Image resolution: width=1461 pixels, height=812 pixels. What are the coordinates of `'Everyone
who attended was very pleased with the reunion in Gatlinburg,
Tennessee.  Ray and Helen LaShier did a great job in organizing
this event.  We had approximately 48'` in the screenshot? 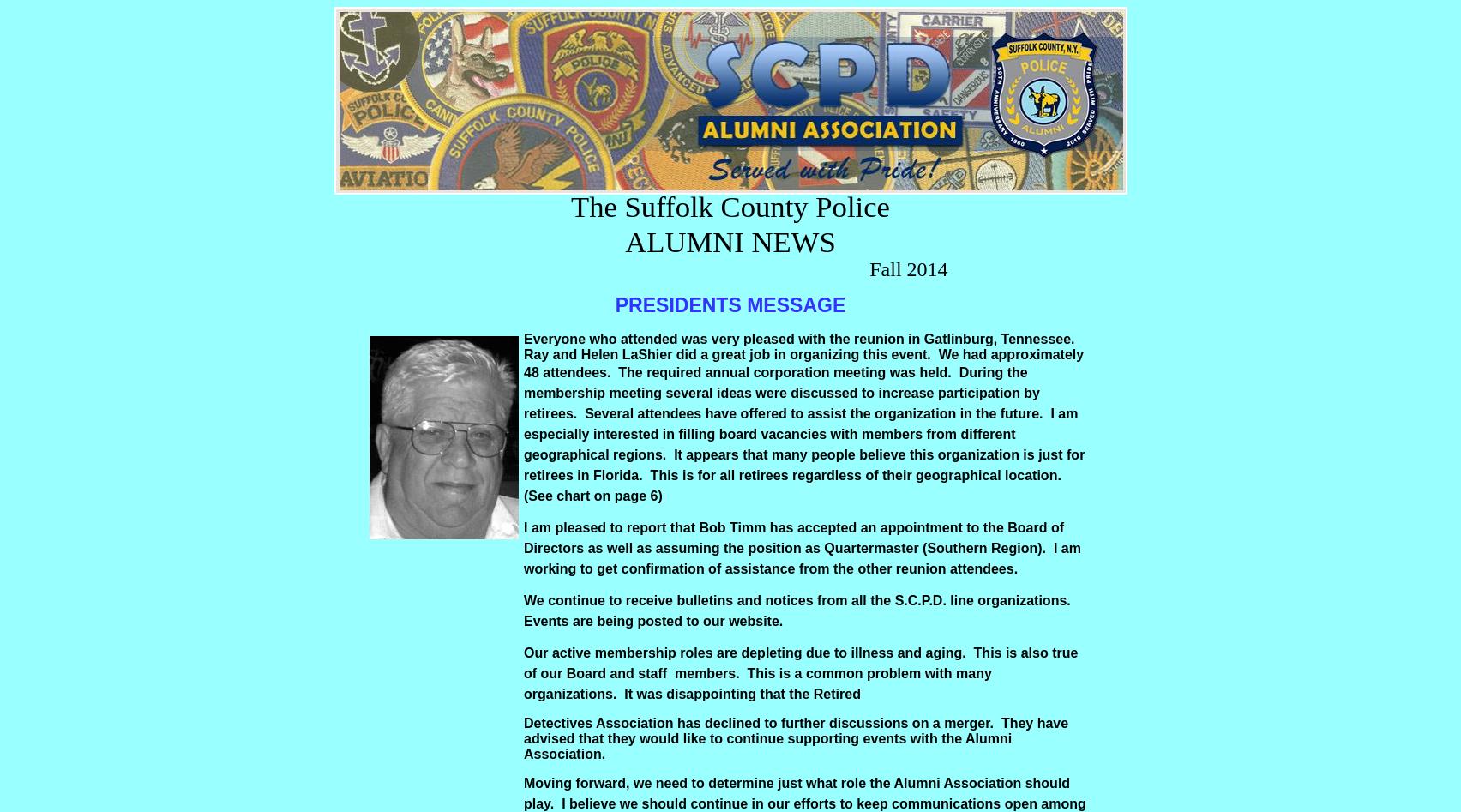 It's located at (803, 355).